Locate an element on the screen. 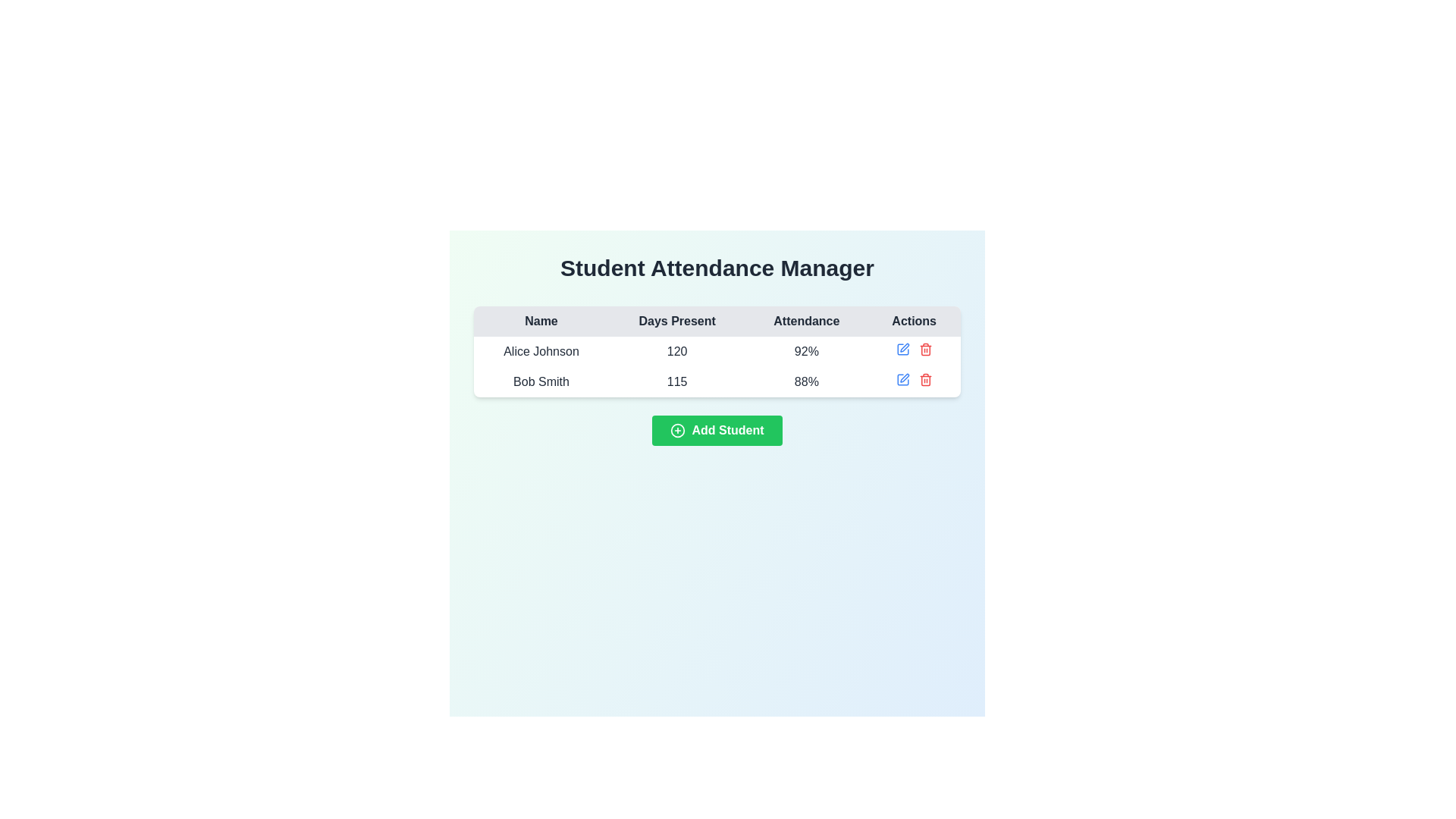  the attendance percentage display showing '92%' for Alice Johnson in the Attendance row is located at coordinates (805, 351).